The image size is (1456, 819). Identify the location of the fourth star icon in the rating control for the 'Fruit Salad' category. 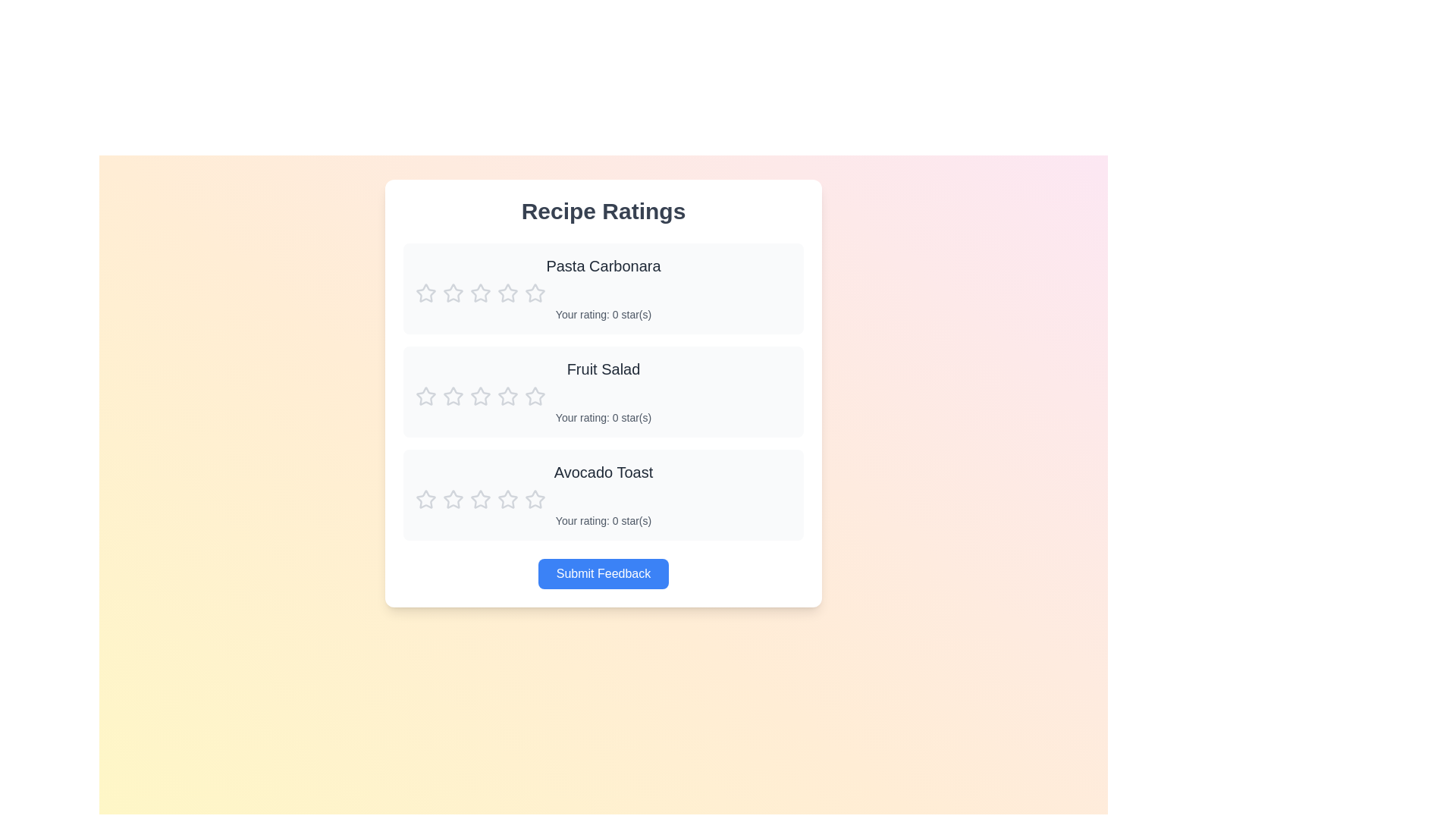
(535, 394).